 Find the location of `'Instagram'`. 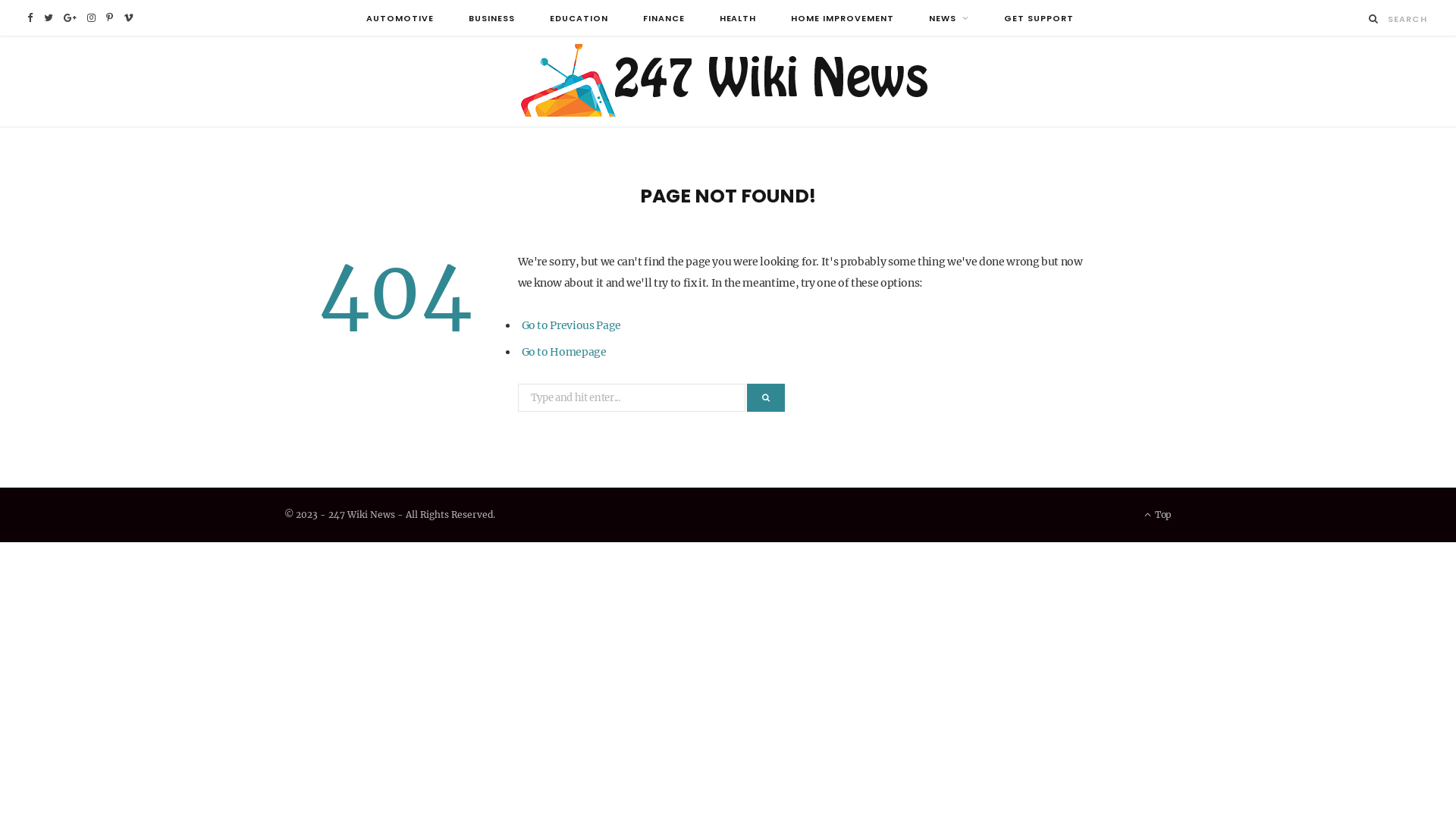

'Instagram' is located at coordinates (90, 17).